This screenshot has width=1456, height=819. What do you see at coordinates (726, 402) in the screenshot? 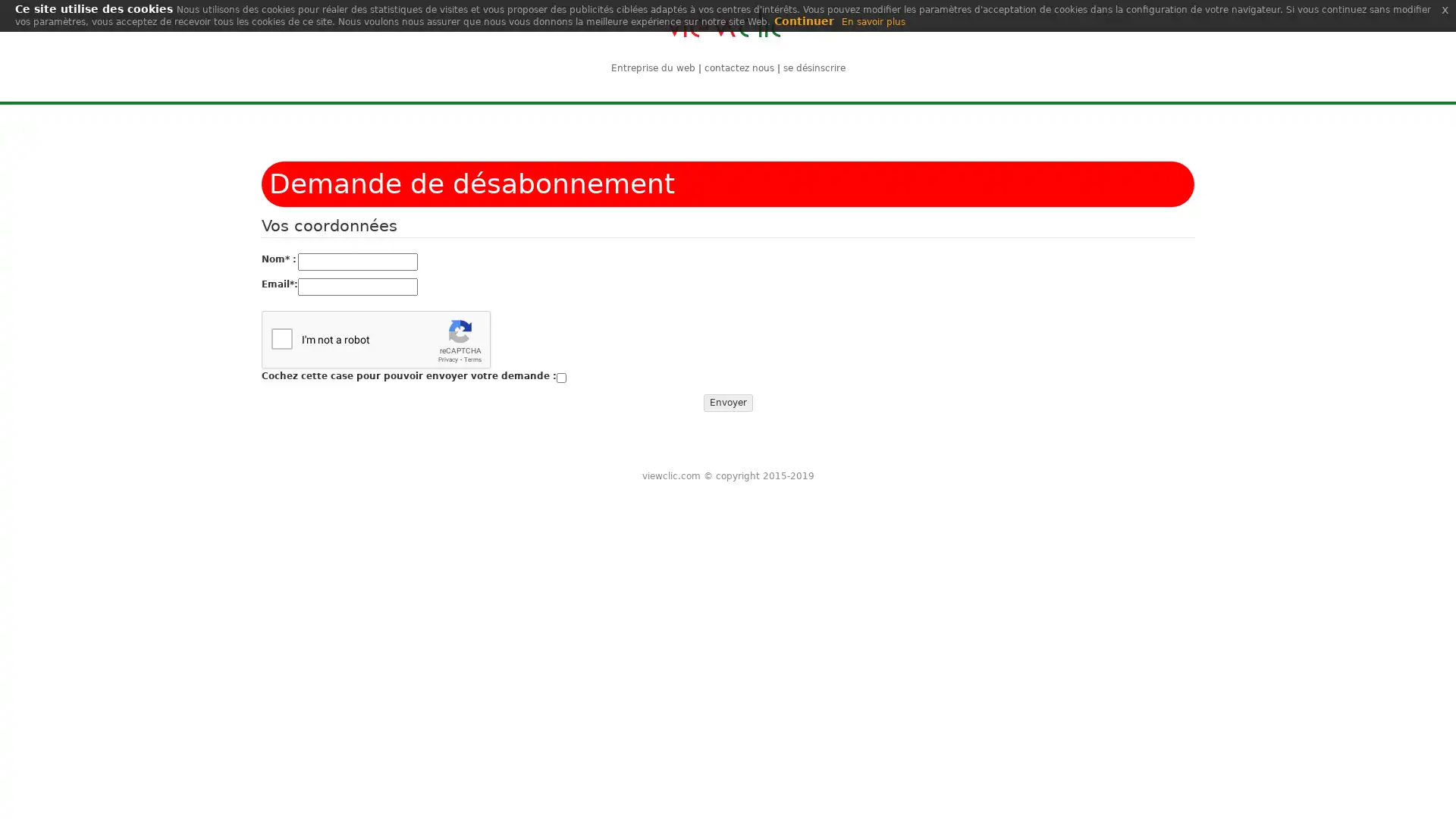
I see `Envoyer` at bounding box center [726, 402].